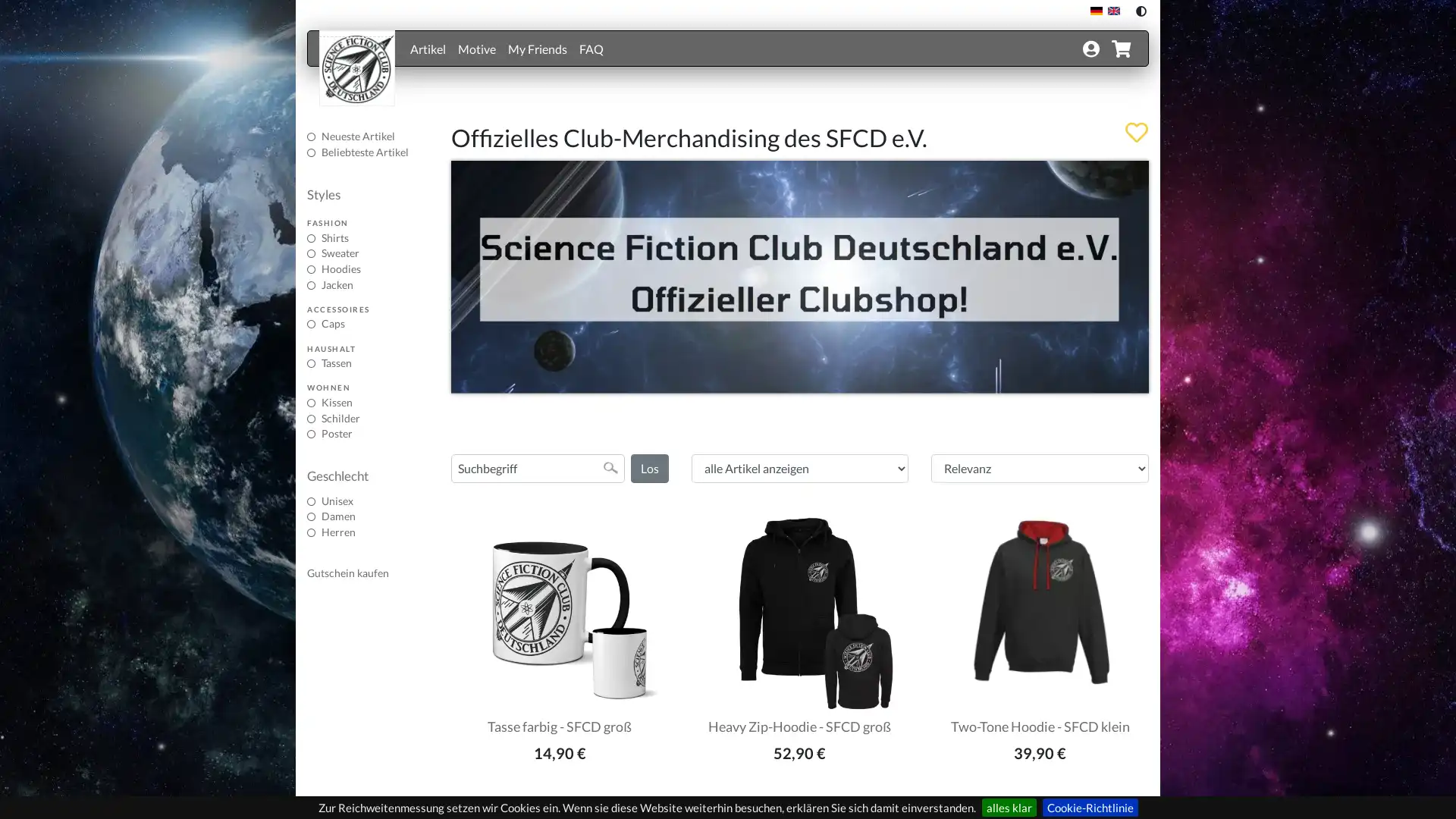  I want to click on Los, so click(648, 467).